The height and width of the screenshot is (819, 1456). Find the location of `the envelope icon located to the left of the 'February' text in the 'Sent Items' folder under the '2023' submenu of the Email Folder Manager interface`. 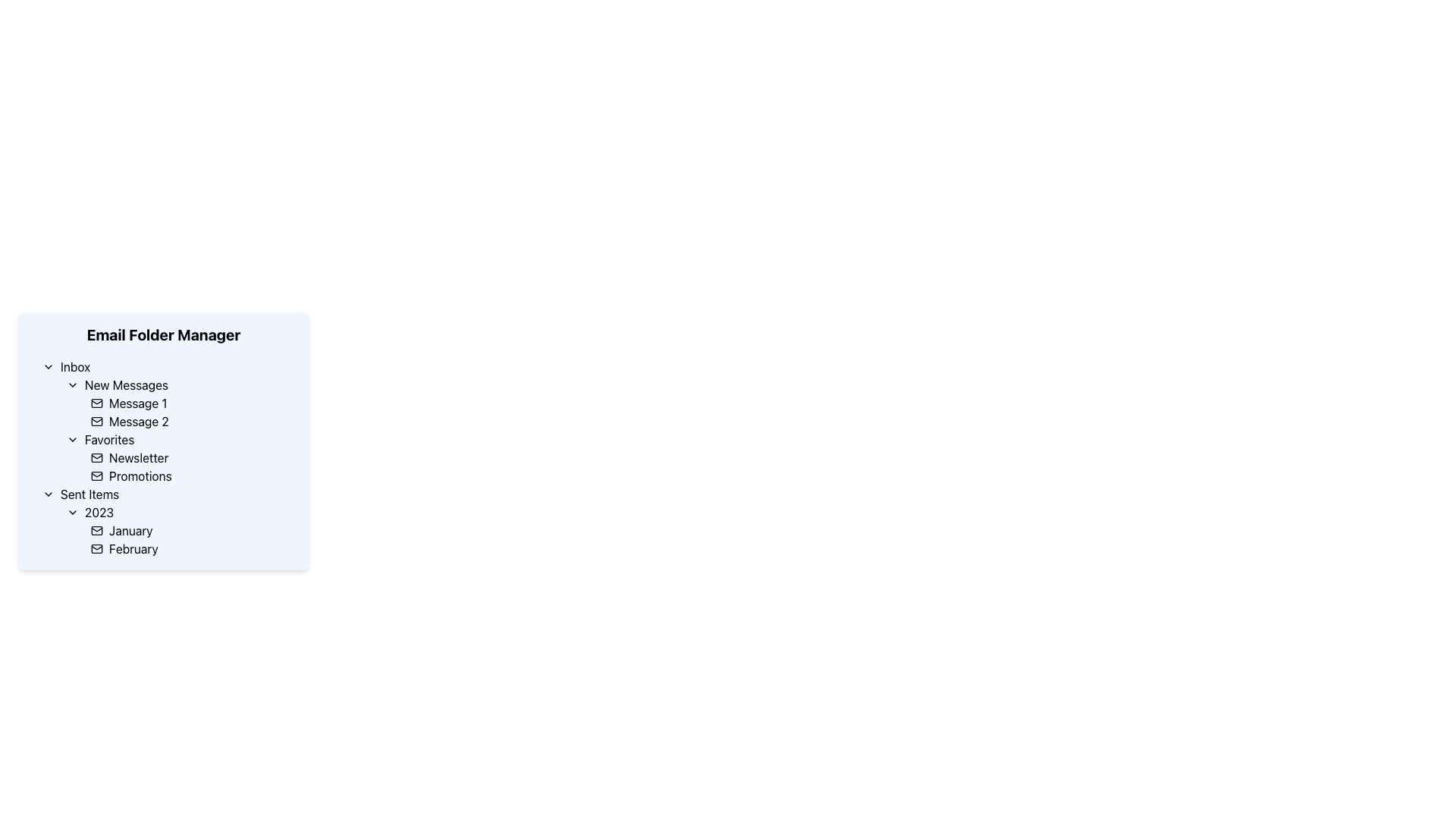

the envelope icon located to the left of the 'February' text in the 'Sent Items' folder under the '2023' submenu of the Email Folder Manager interface is located at coordinates (96, 549).